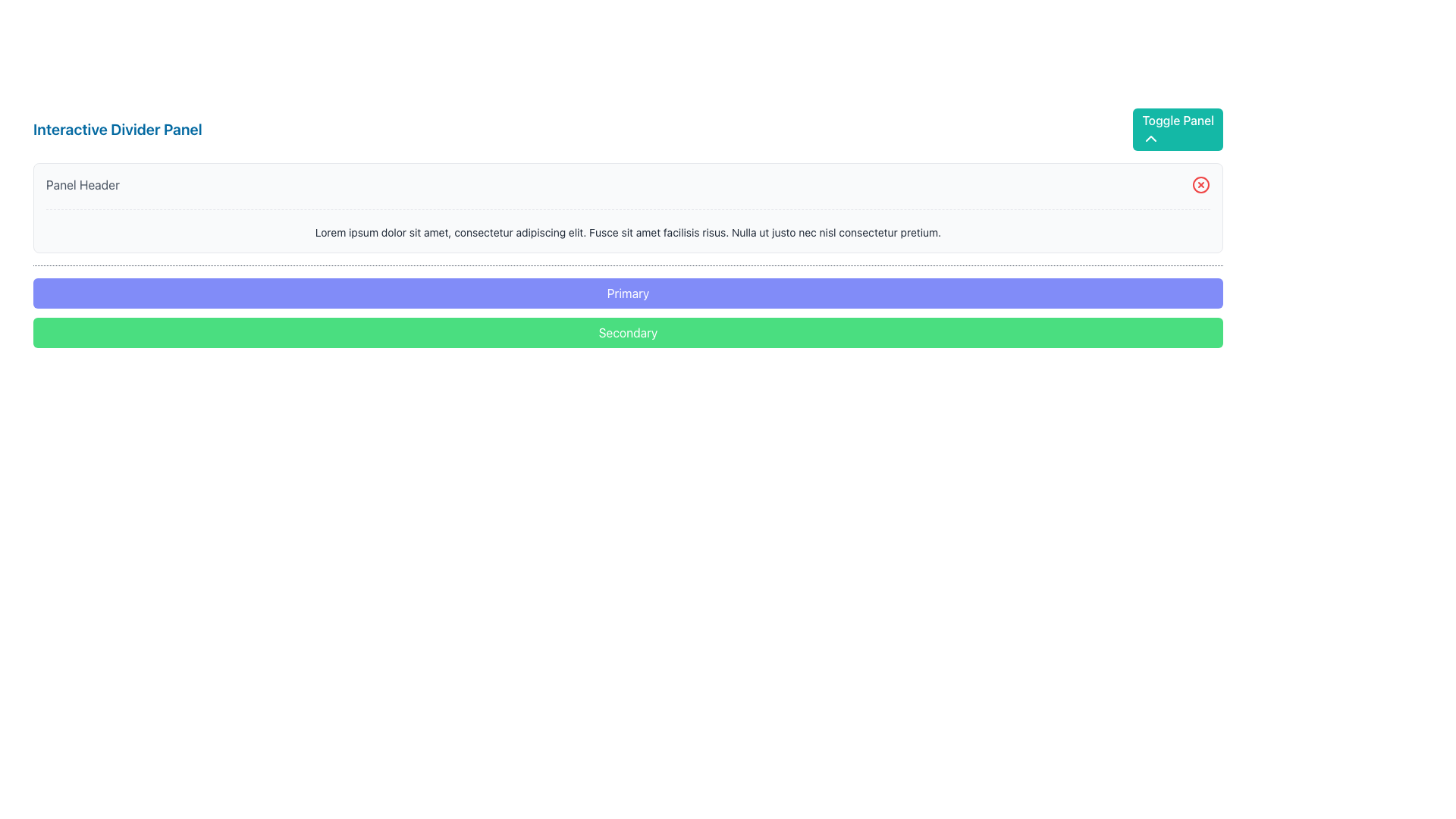  Describe the element at coordinates (1151, 138) in the screenshot. I see `the white upward-pointing chevron icon inside the turquoise 'Toggle Panel' button` at that location.